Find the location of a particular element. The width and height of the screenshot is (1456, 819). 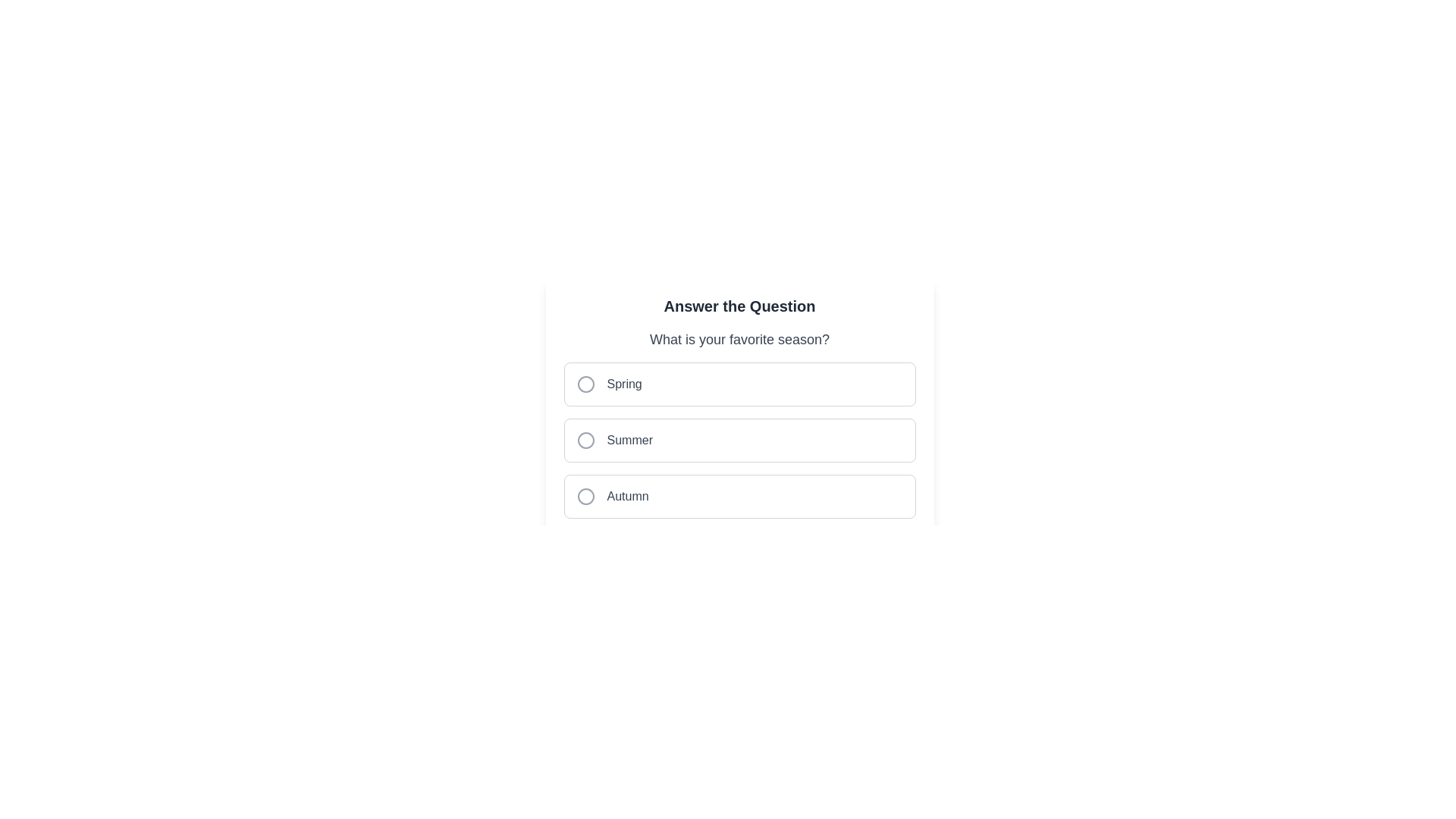

one of the radio buttons in the group labeled for selecting a favorite season, located just below the heading 'What is your favorite season?' is located at coordinates (739, 467).